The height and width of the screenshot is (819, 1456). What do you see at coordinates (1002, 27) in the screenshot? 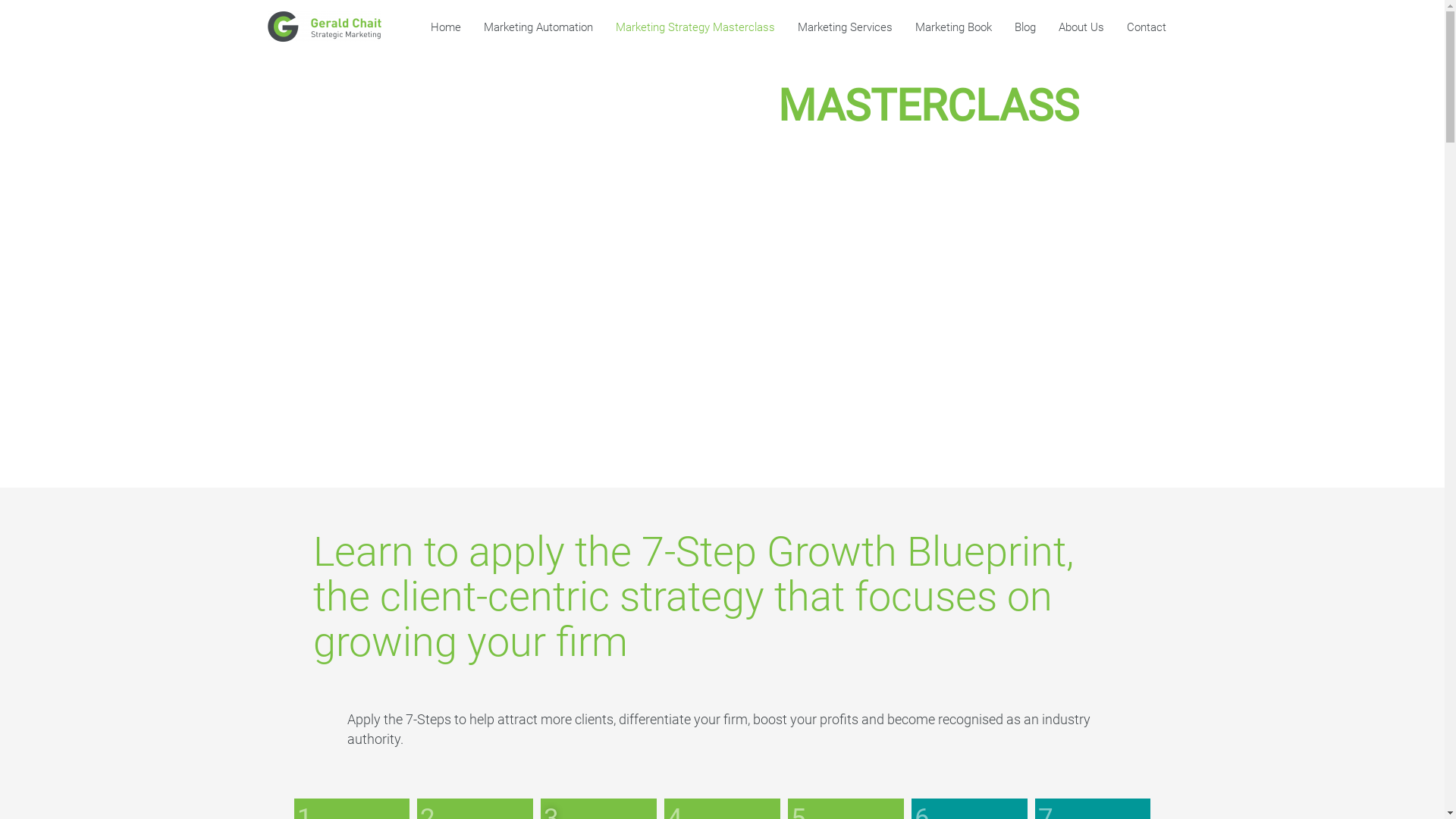
I see `'Blog'` at bounding box center [1002, 27].